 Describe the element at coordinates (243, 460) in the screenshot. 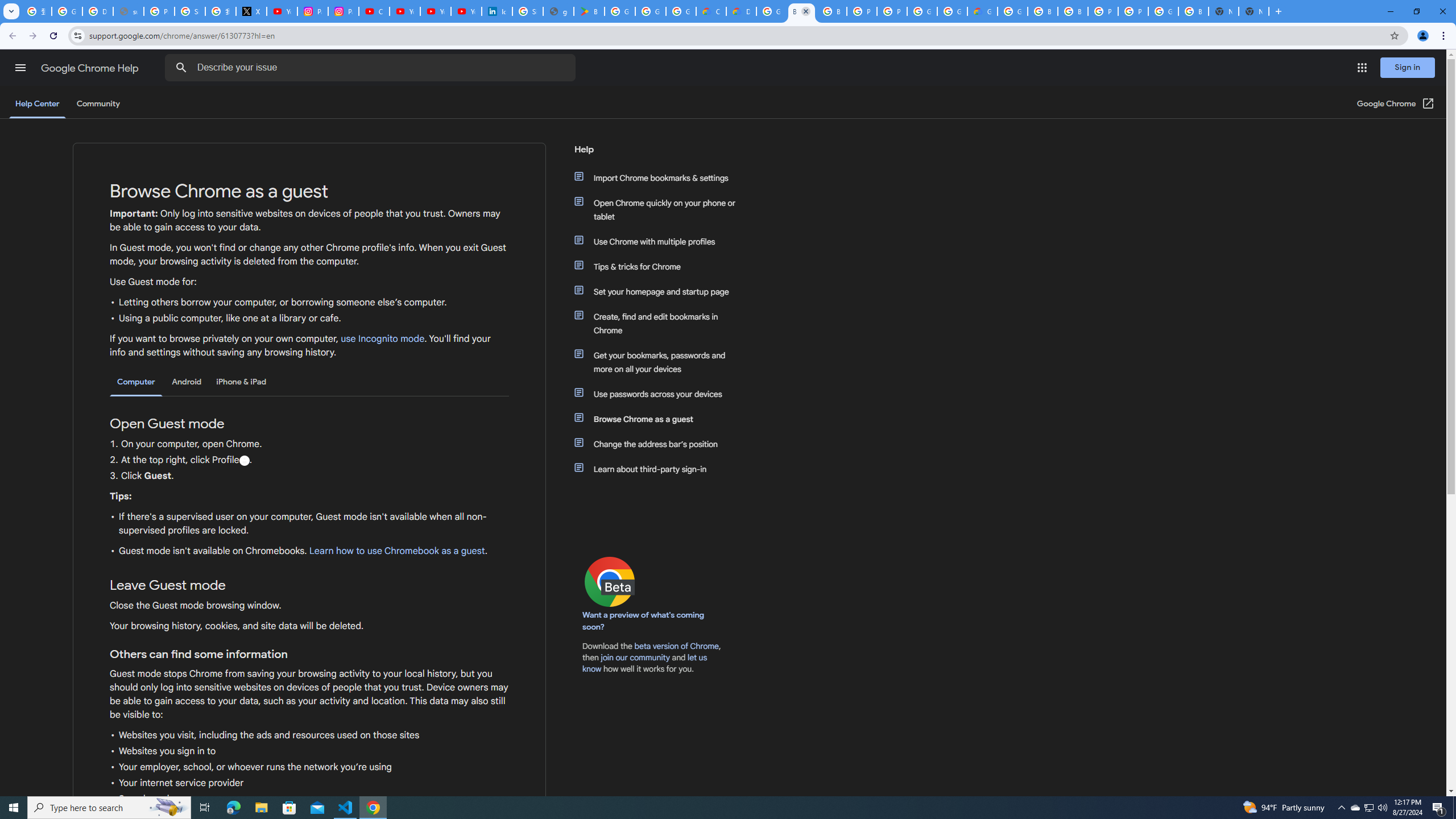

I see `'Profile'` at that location.